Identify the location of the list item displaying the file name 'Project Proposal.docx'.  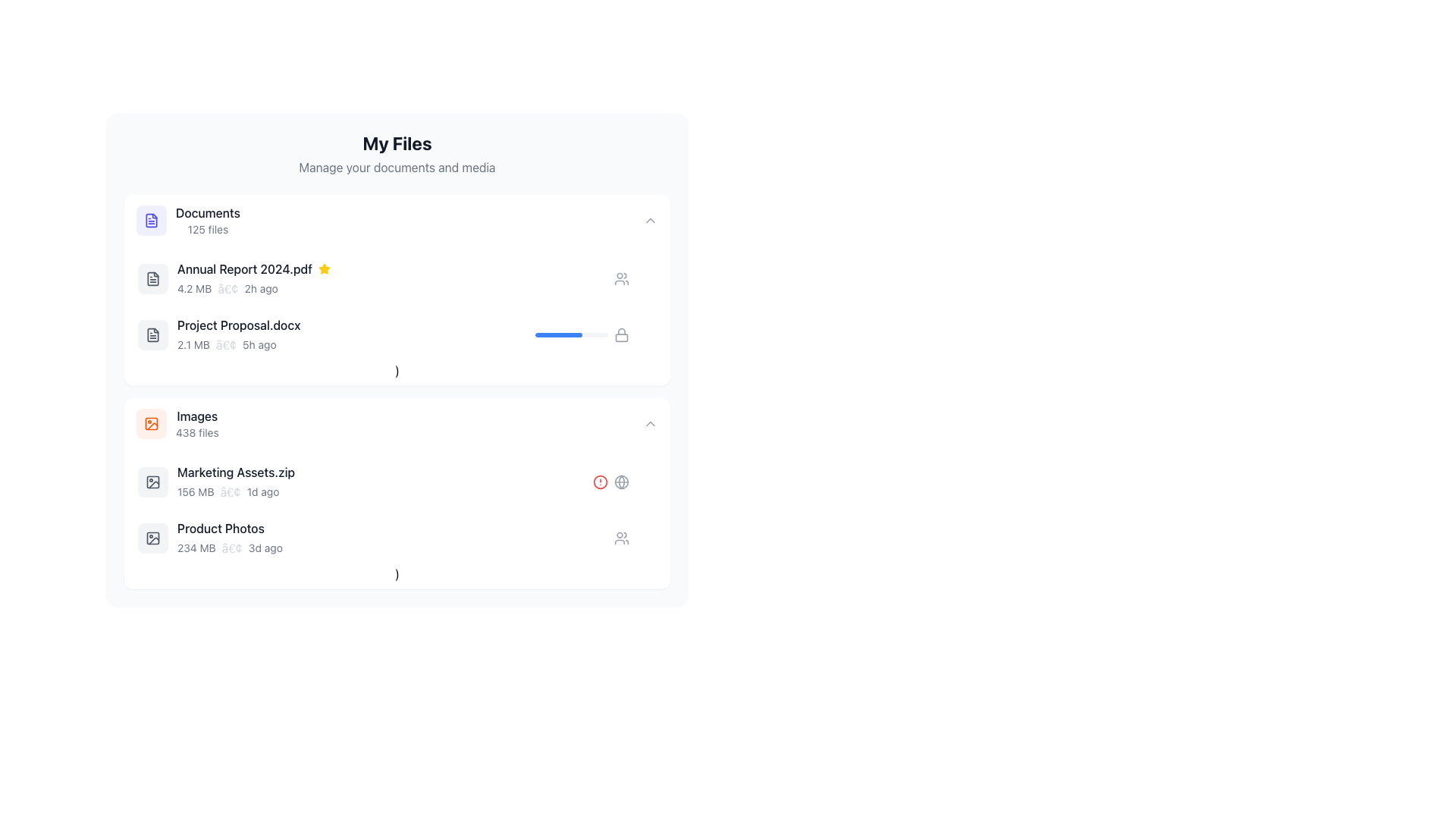
(356, 334).